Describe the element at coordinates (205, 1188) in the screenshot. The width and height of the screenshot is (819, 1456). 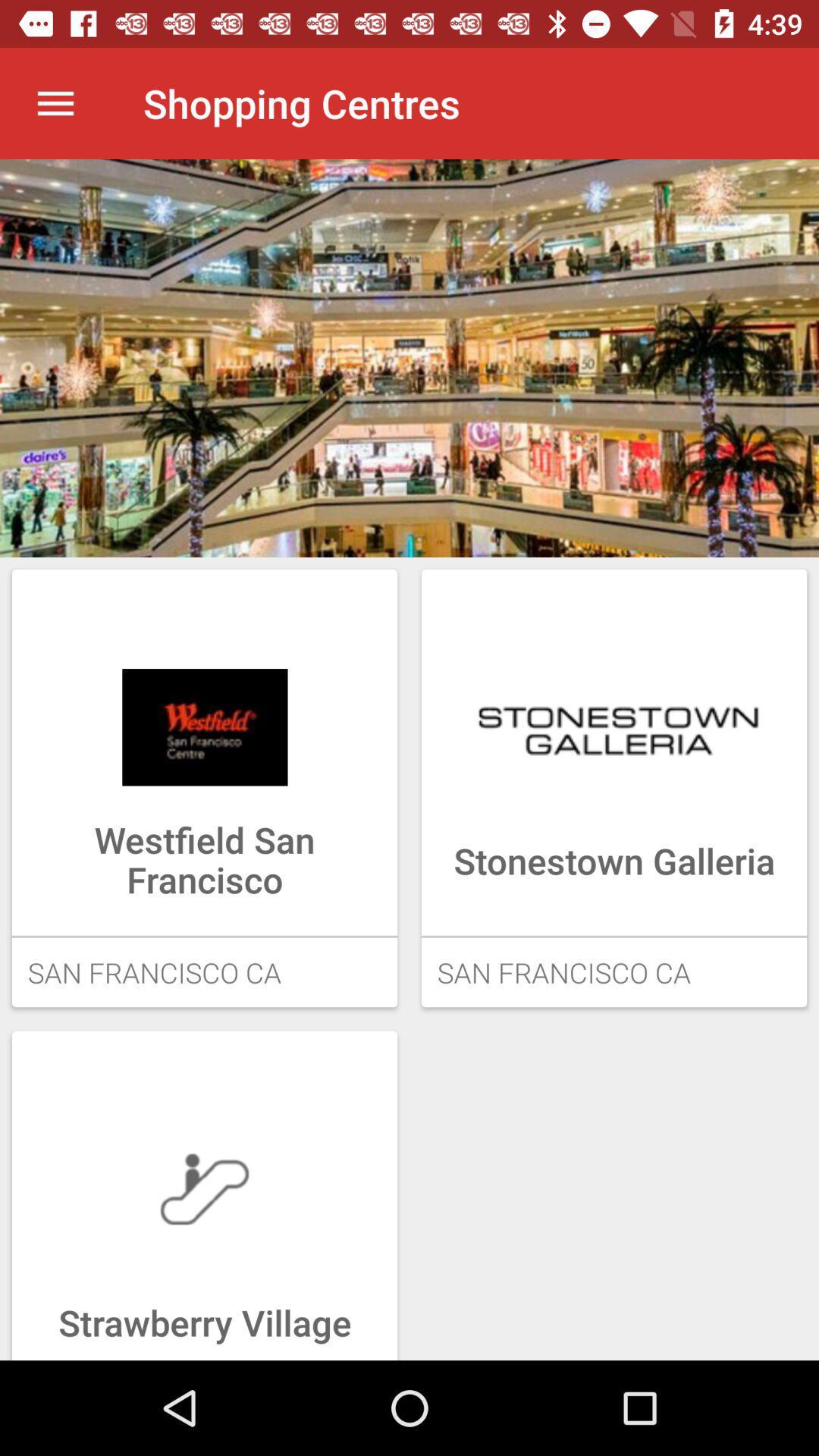
I see `the image above the button strawberry village on the web page` at that location.